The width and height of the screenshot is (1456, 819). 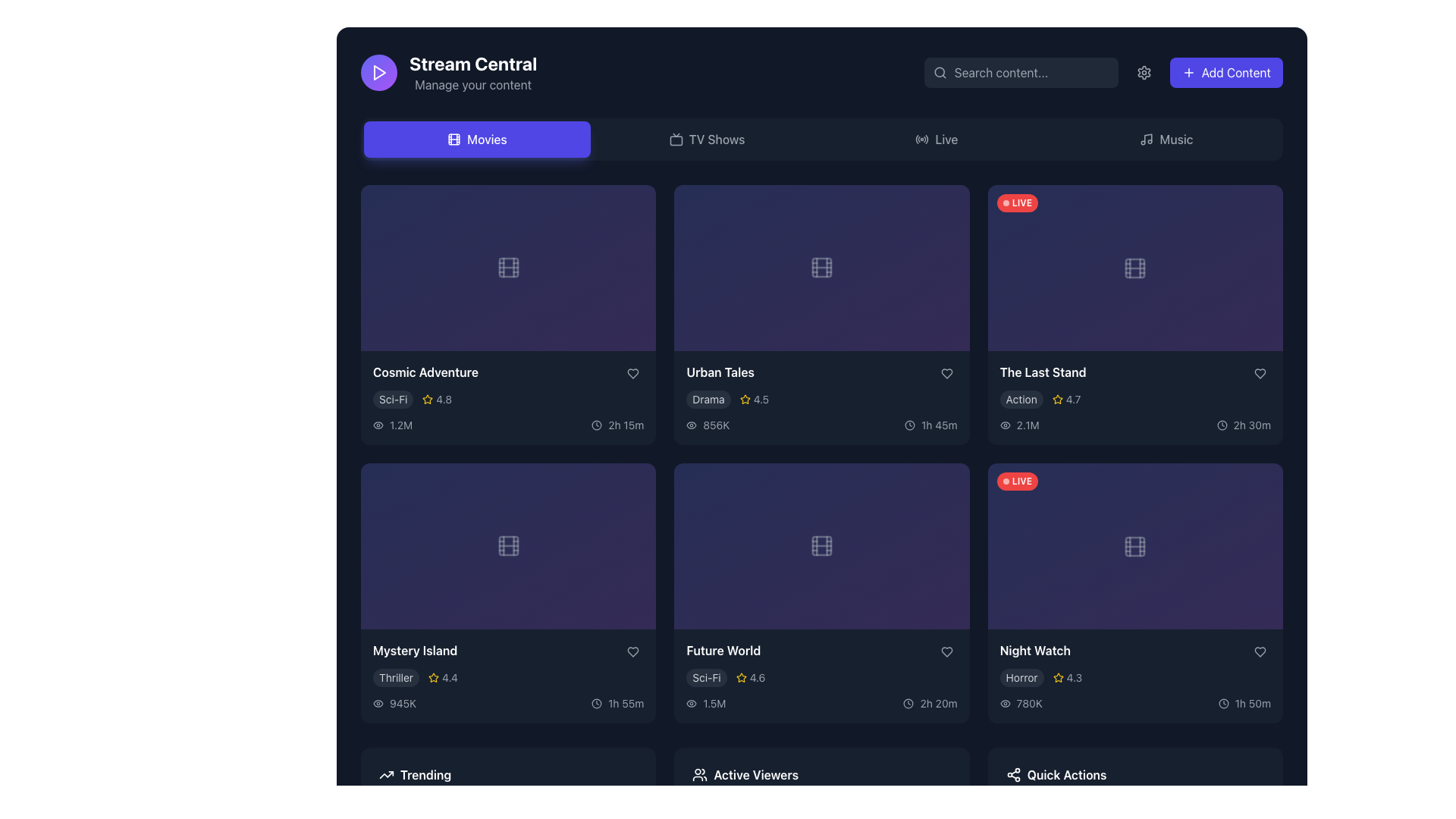 What do you see at coordinates (946, 374) in the screenshot?
I see `the heart-shaped icon button located in the bottom-right area of the 'Urban Tales' card` at bounding box center [946, 374].